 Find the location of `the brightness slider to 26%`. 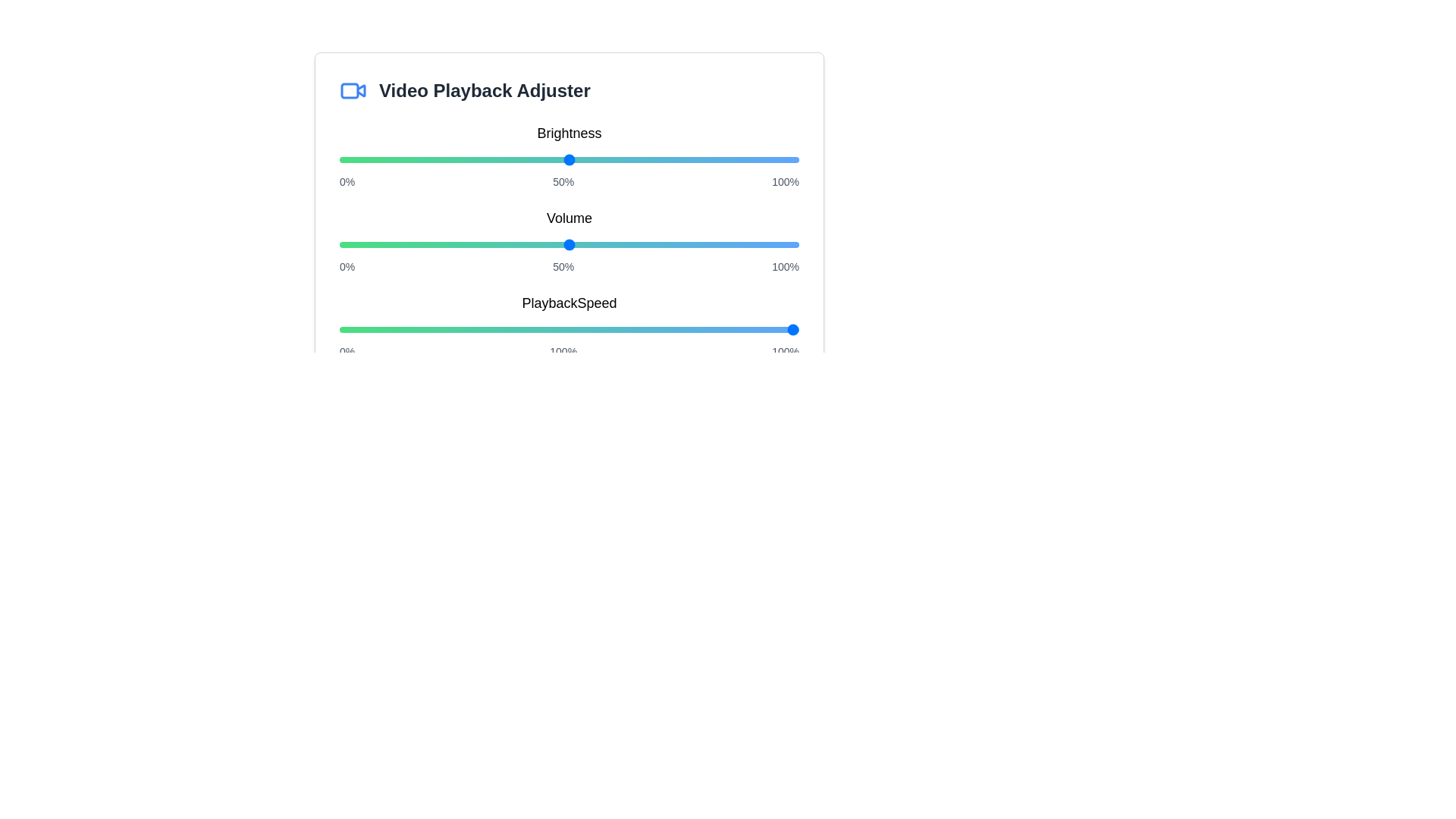

the brightness slider to 26% is located at coordinates (458, 160).